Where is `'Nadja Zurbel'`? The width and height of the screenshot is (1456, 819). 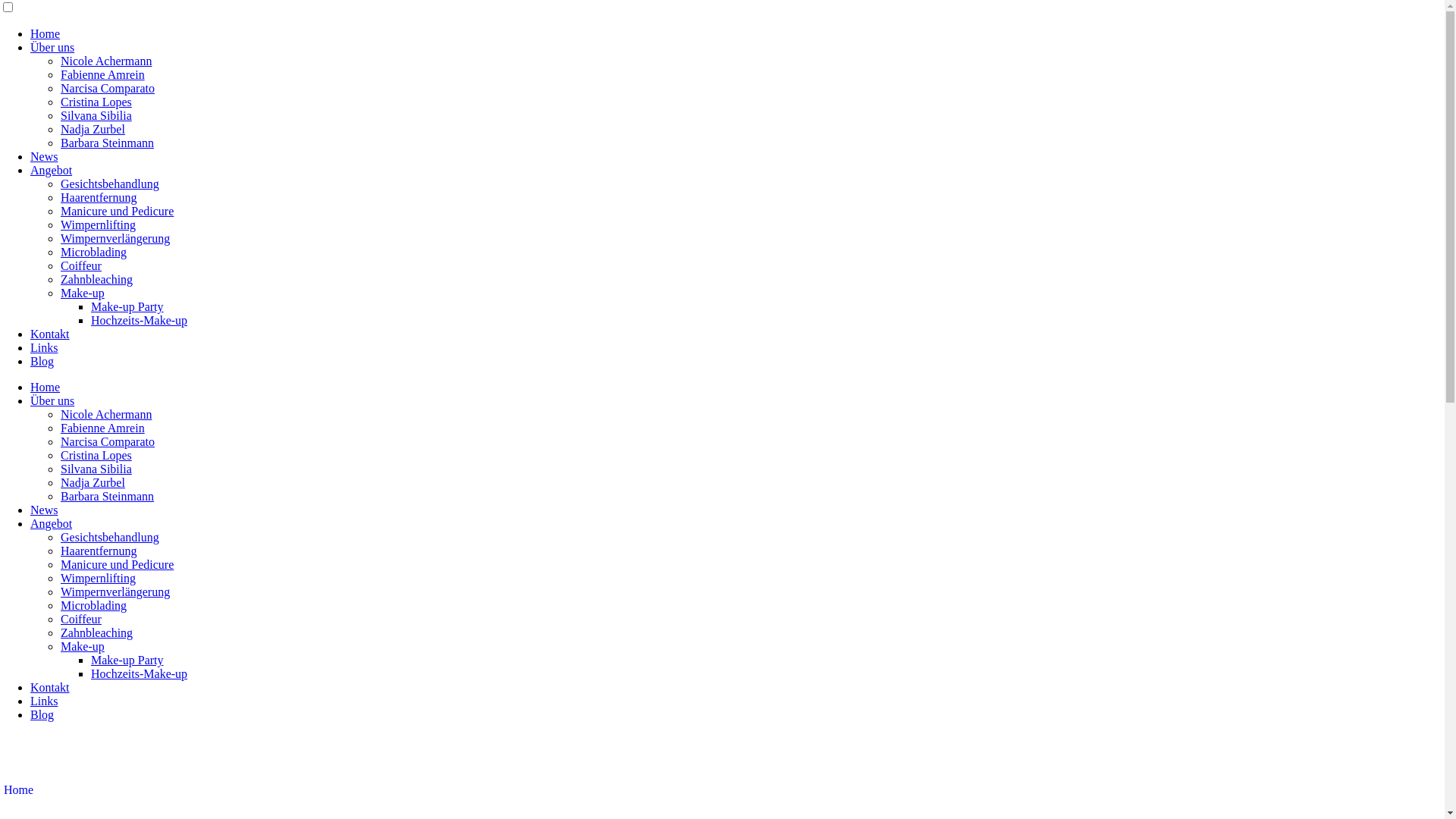 'Nadja Zurbel' is located at coordinates (92, 128).